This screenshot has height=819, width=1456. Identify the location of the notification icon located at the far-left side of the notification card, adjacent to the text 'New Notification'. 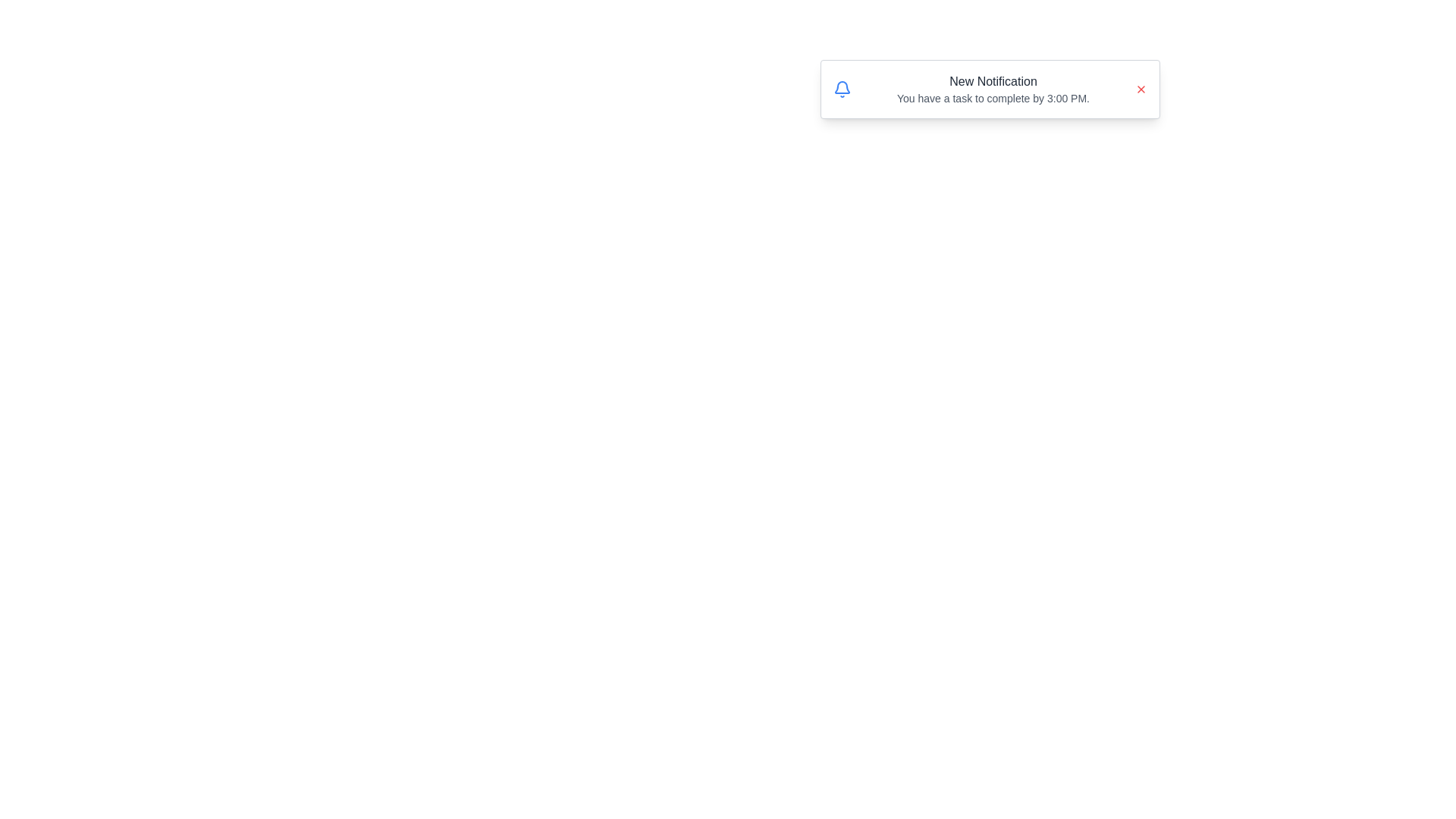
(841, 89).